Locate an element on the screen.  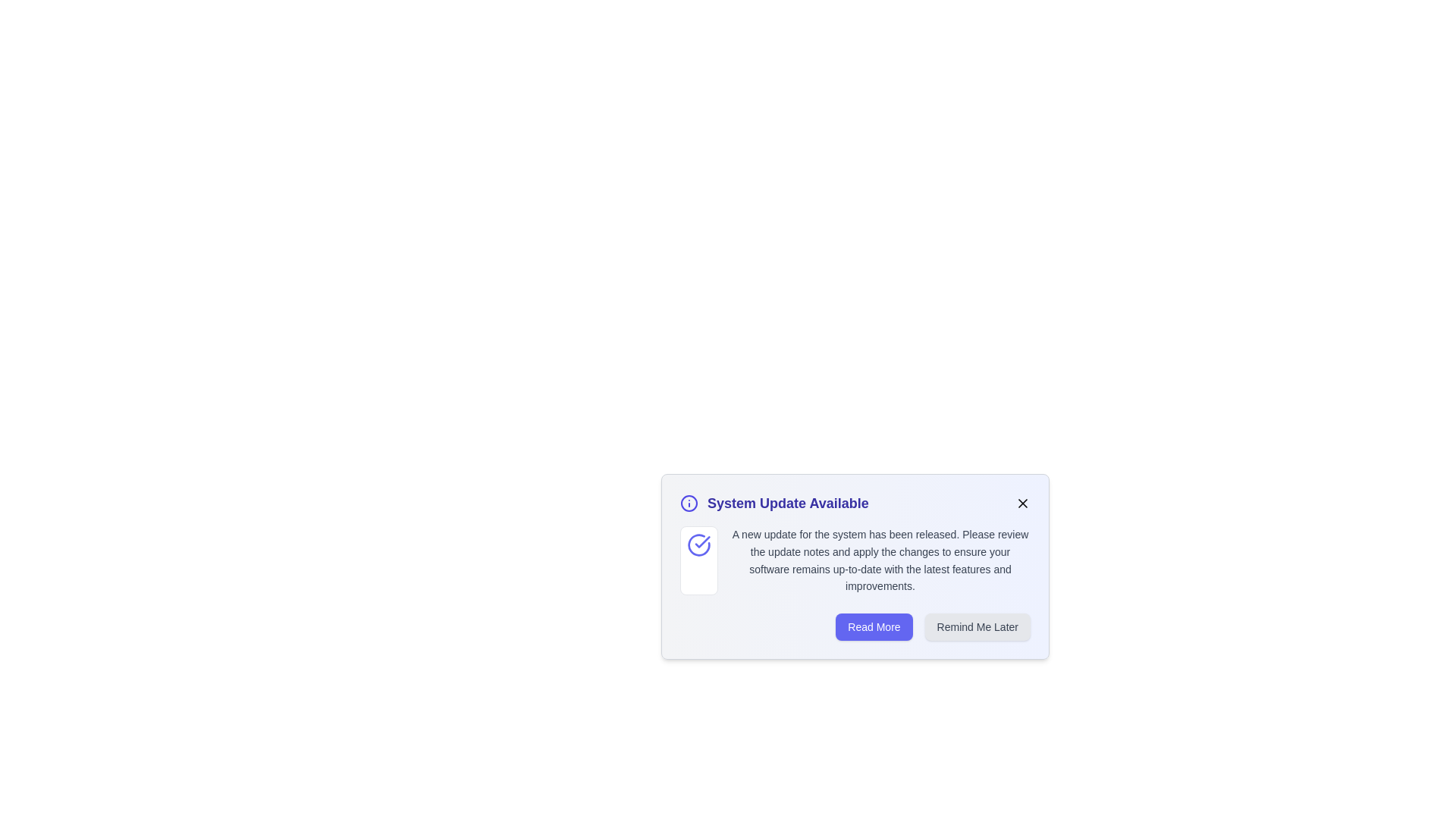
the informational icon to display more details is located at coordinates (688, 503).